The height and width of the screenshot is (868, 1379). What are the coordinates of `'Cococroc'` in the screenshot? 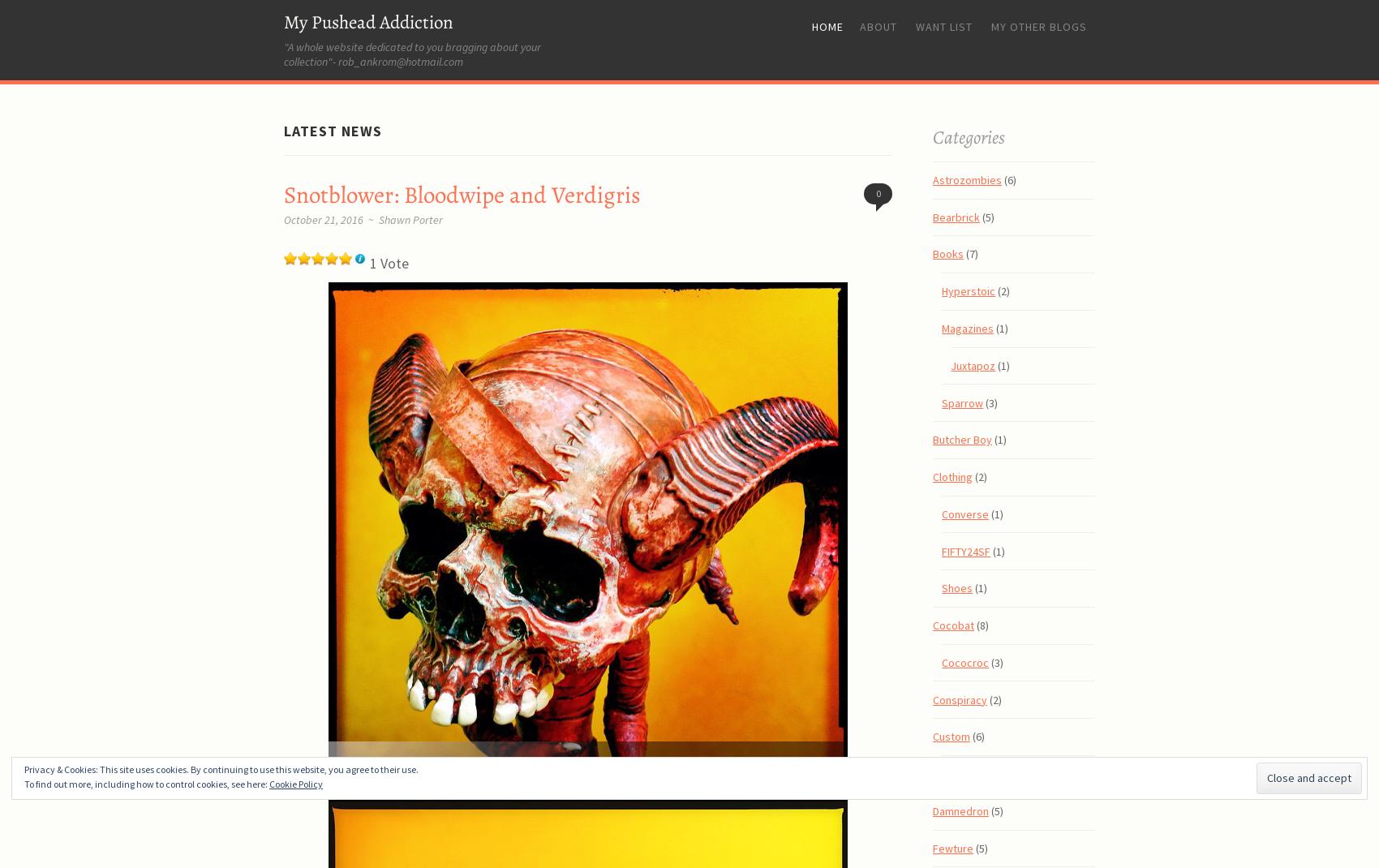 It's located at (964, 661).